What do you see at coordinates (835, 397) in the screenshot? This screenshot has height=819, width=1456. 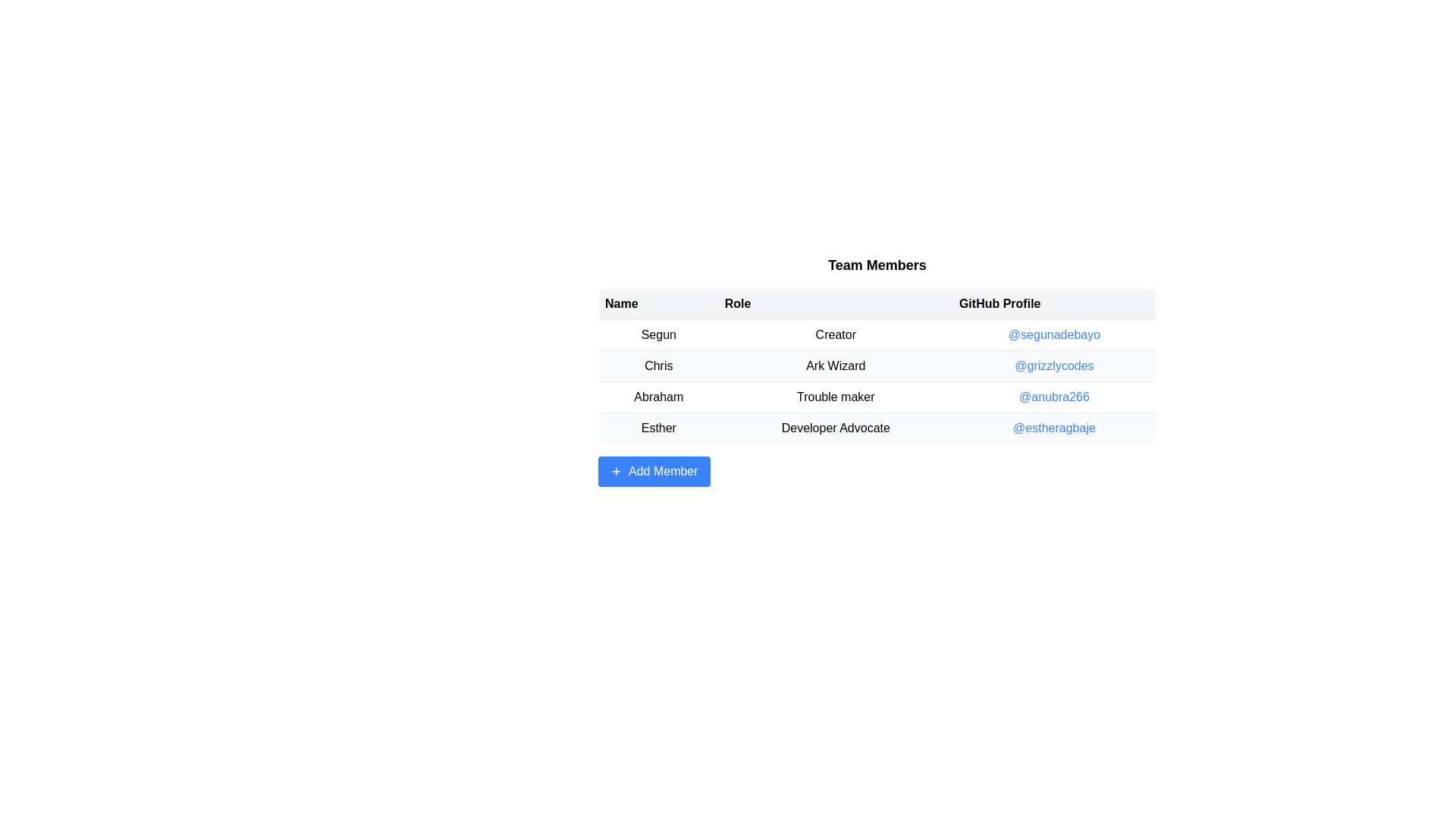 I see `the text label 'Trouble maker' located in the third row of the table under the 'Role' column, associated with the name 'Abraham'` at bounding box center [835, 397].